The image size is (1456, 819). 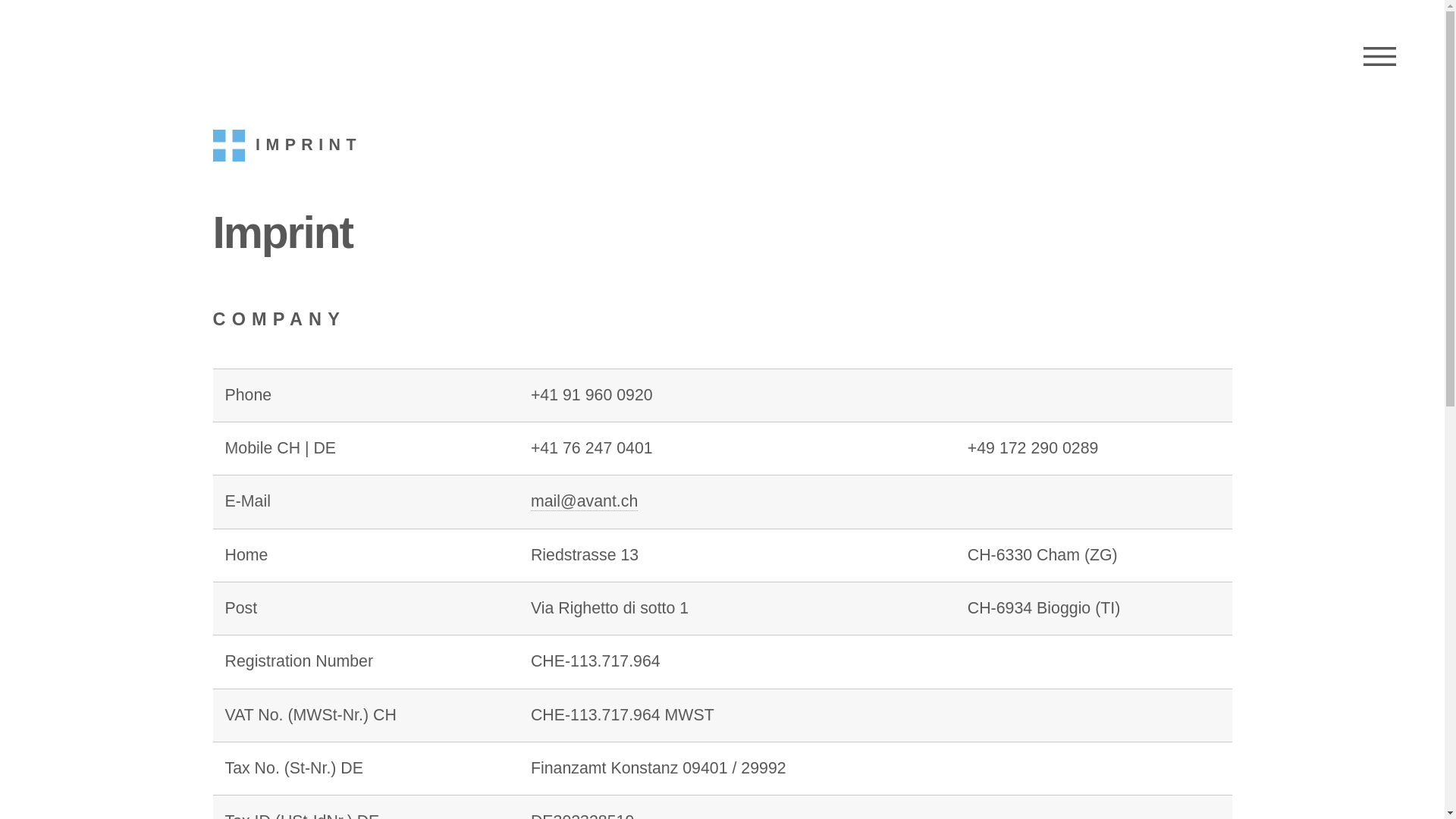 I want to click on 'IMPRINT', so click(x=211, y=146).